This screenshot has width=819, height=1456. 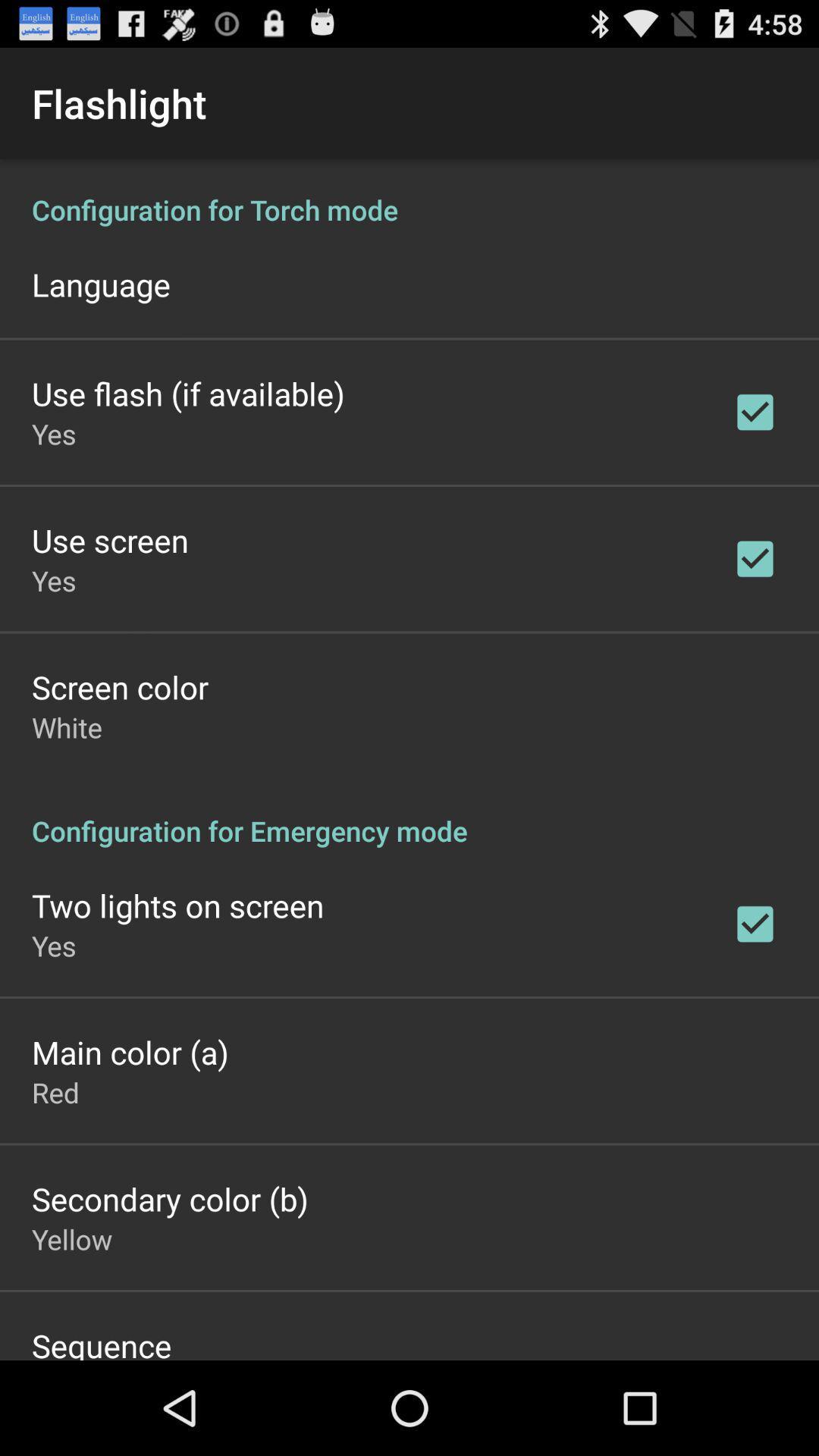 I want to click on item above the yes item, so click(x=187, y=393).